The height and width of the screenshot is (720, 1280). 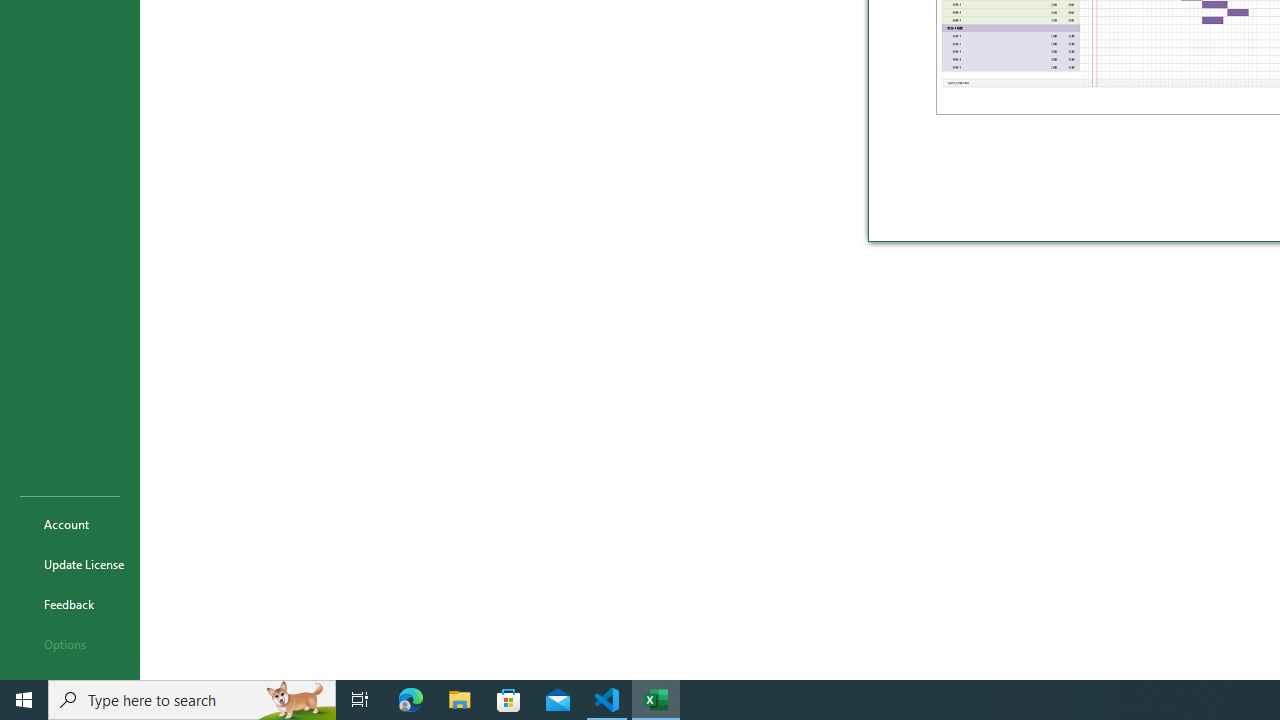 What do you see at coordinates (192, 698) in the screenshot?
I see `'Type here to search'` at bounding box center [192, 698].